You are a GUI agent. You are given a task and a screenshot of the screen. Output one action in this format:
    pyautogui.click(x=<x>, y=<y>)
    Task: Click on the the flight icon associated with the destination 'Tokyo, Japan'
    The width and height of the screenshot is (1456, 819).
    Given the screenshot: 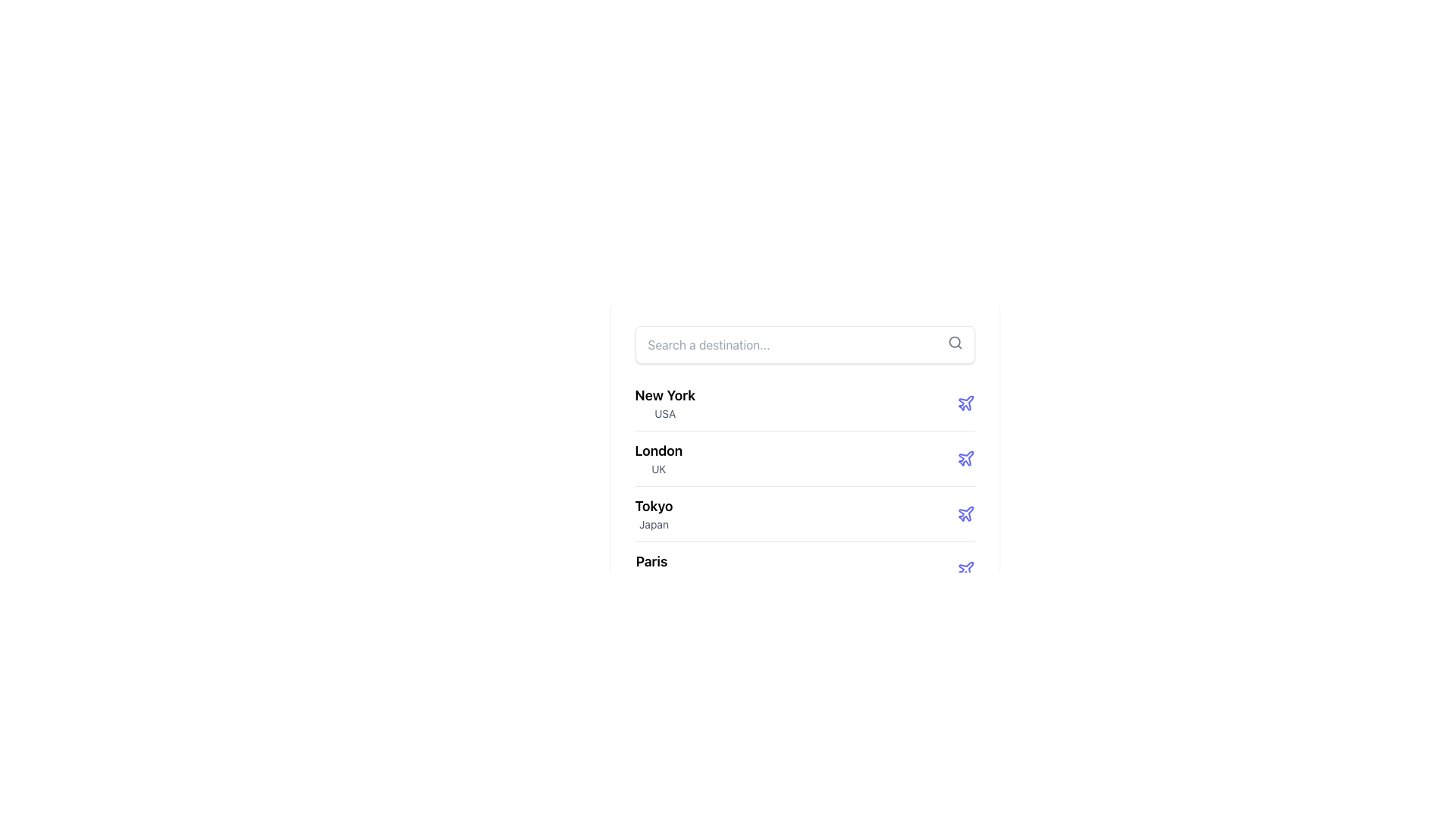 What is the action you would take?
    pyautogui.click(x=965, y=513)
    